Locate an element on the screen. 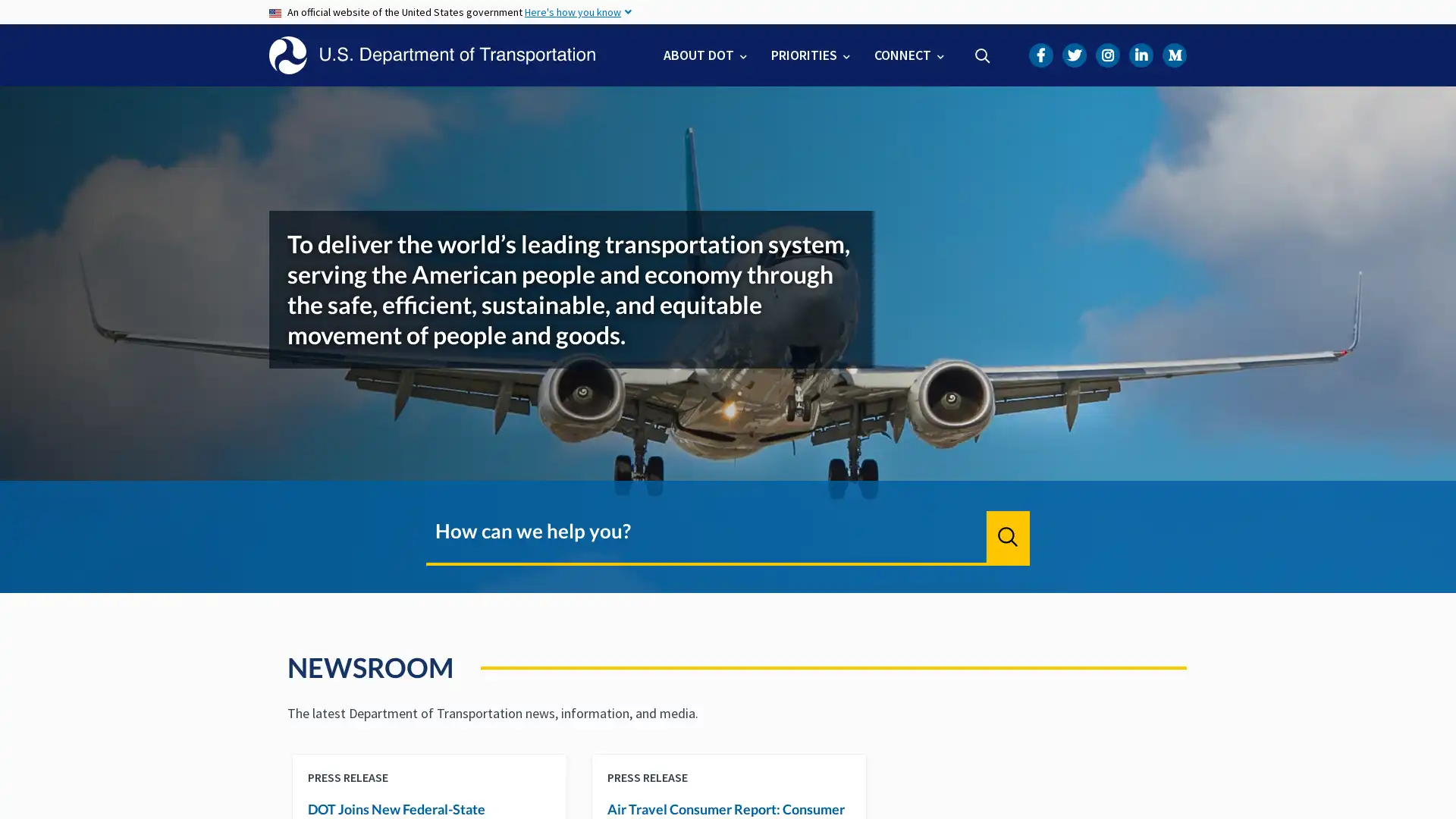 This screenshot has width=1456, height=819. Search is located at coordinates (983, 55).